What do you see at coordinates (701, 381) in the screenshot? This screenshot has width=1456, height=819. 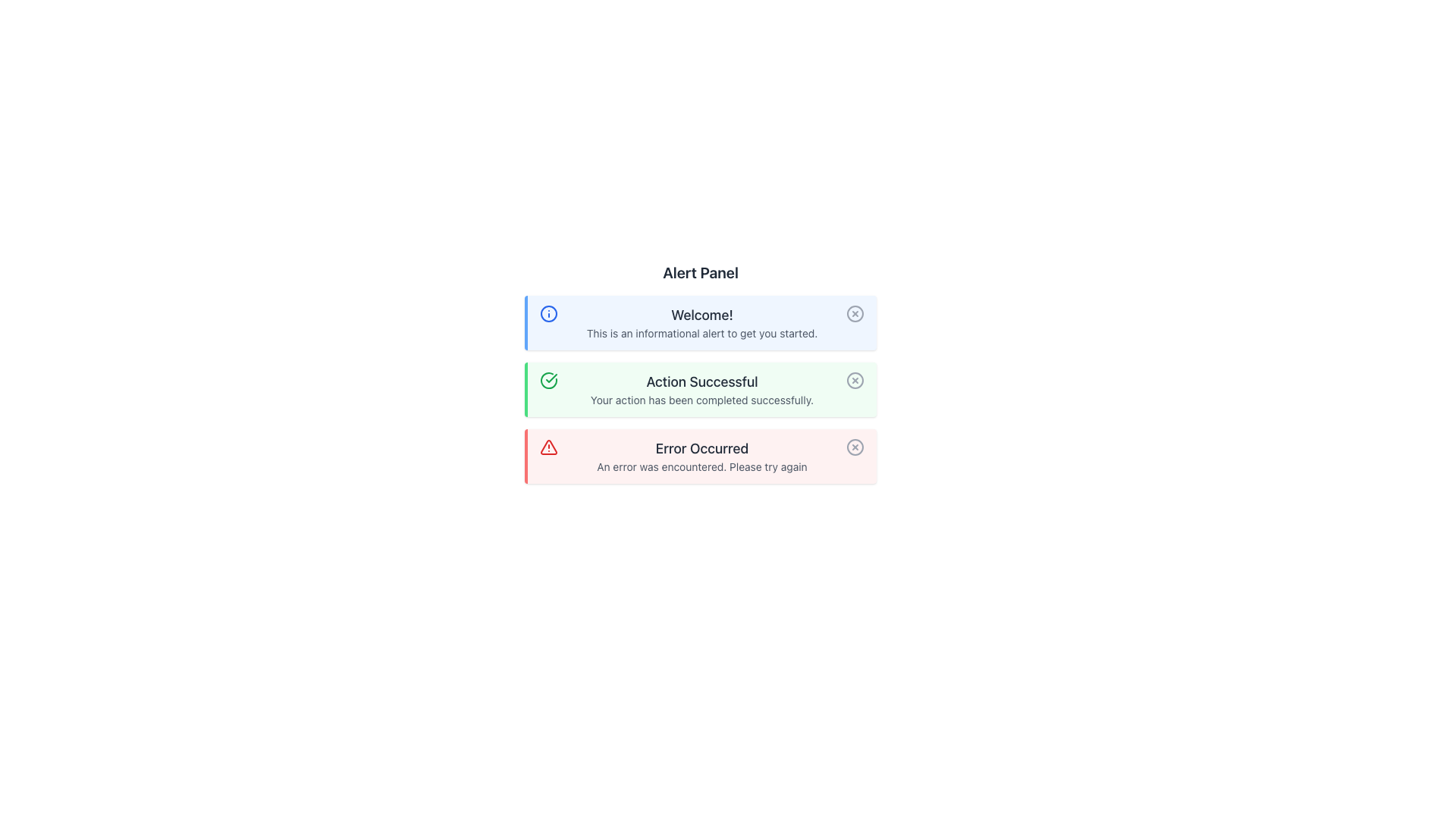 I see `the text label displaying 'Action Successful' in the notification panel, which is part of the second notification box in the stack` at bounding box center [701, 381].